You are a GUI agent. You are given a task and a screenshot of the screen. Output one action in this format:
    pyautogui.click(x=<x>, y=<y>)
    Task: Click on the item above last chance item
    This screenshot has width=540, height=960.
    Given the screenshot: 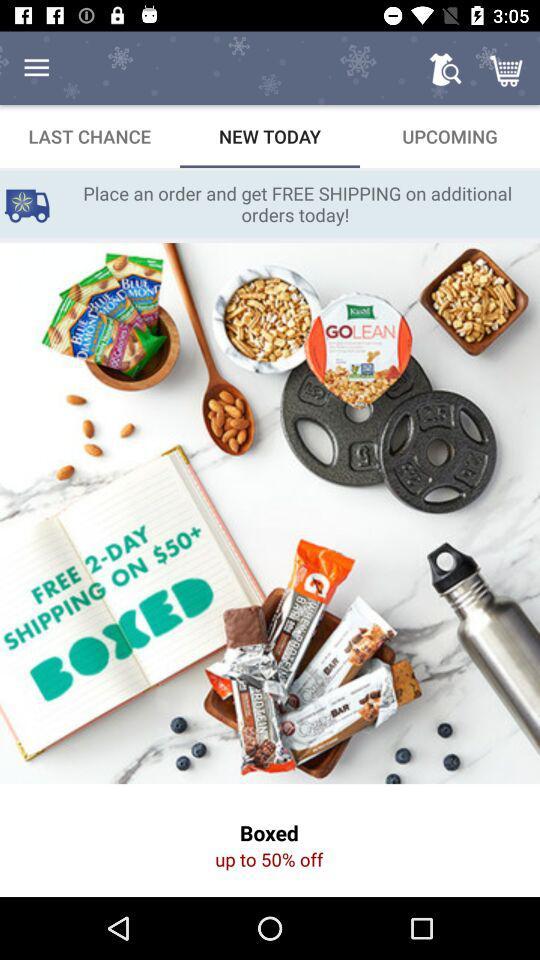 What is the action you would take?
    pyautogui.click(x=36, y=68)
    